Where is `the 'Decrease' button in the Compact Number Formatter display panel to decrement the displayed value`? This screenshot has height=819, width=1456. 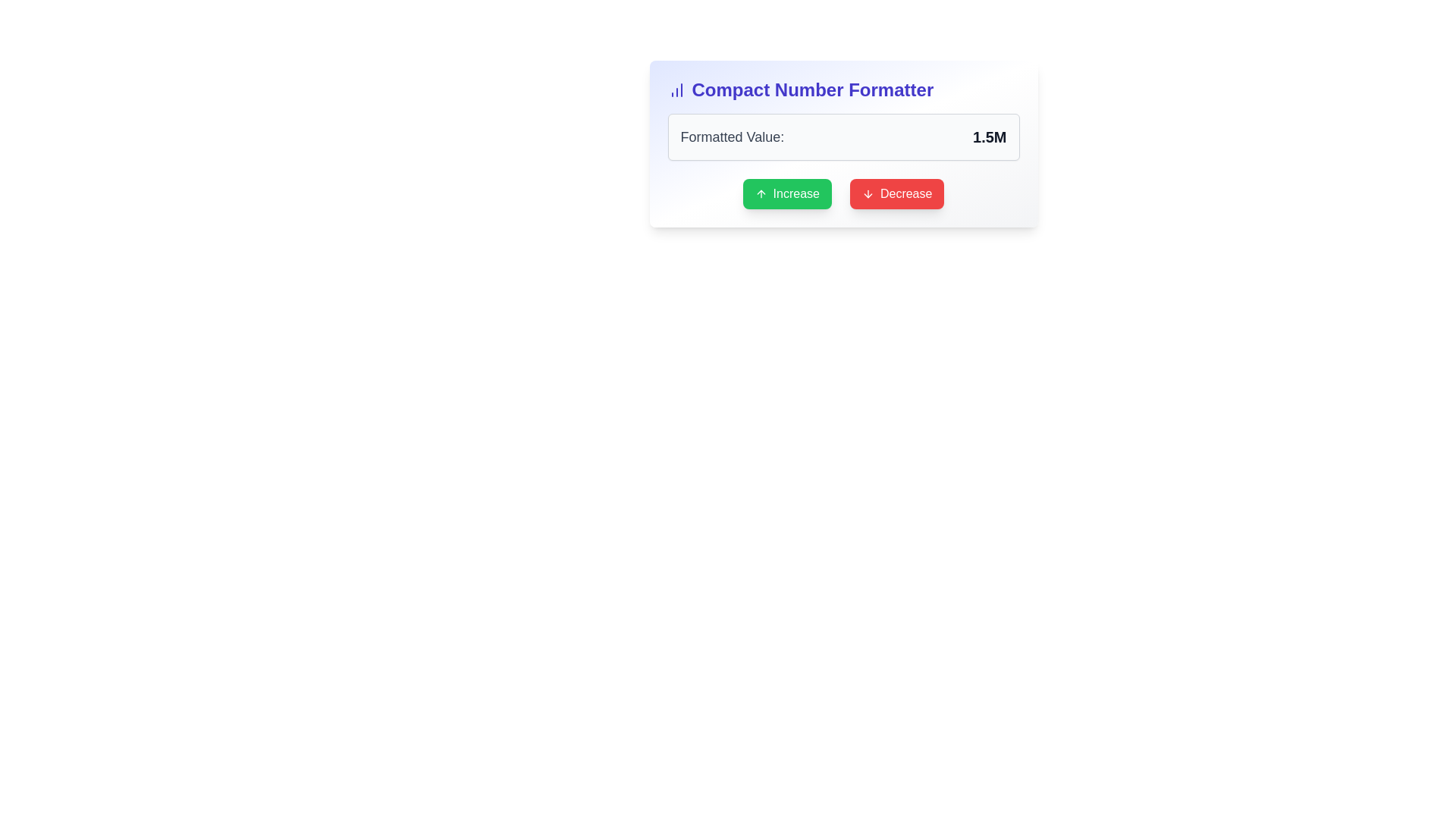
the 'Decrease' button in the Compact Number Formatter display panel to decrement the displayed value is located at coordinates (843, 143).